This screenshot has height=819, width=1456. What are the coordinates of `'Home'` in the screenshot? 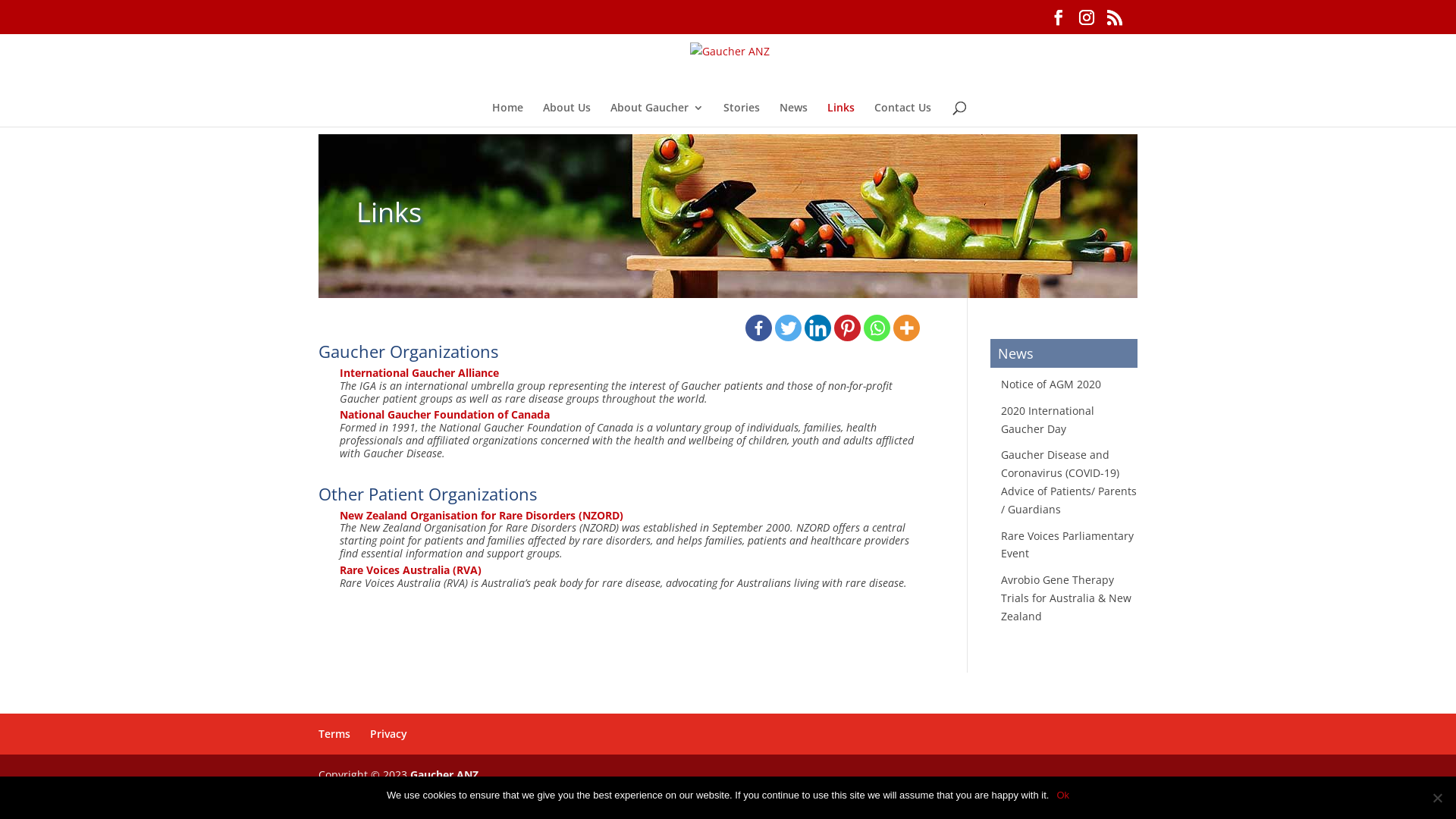 It's located at (507, 113).